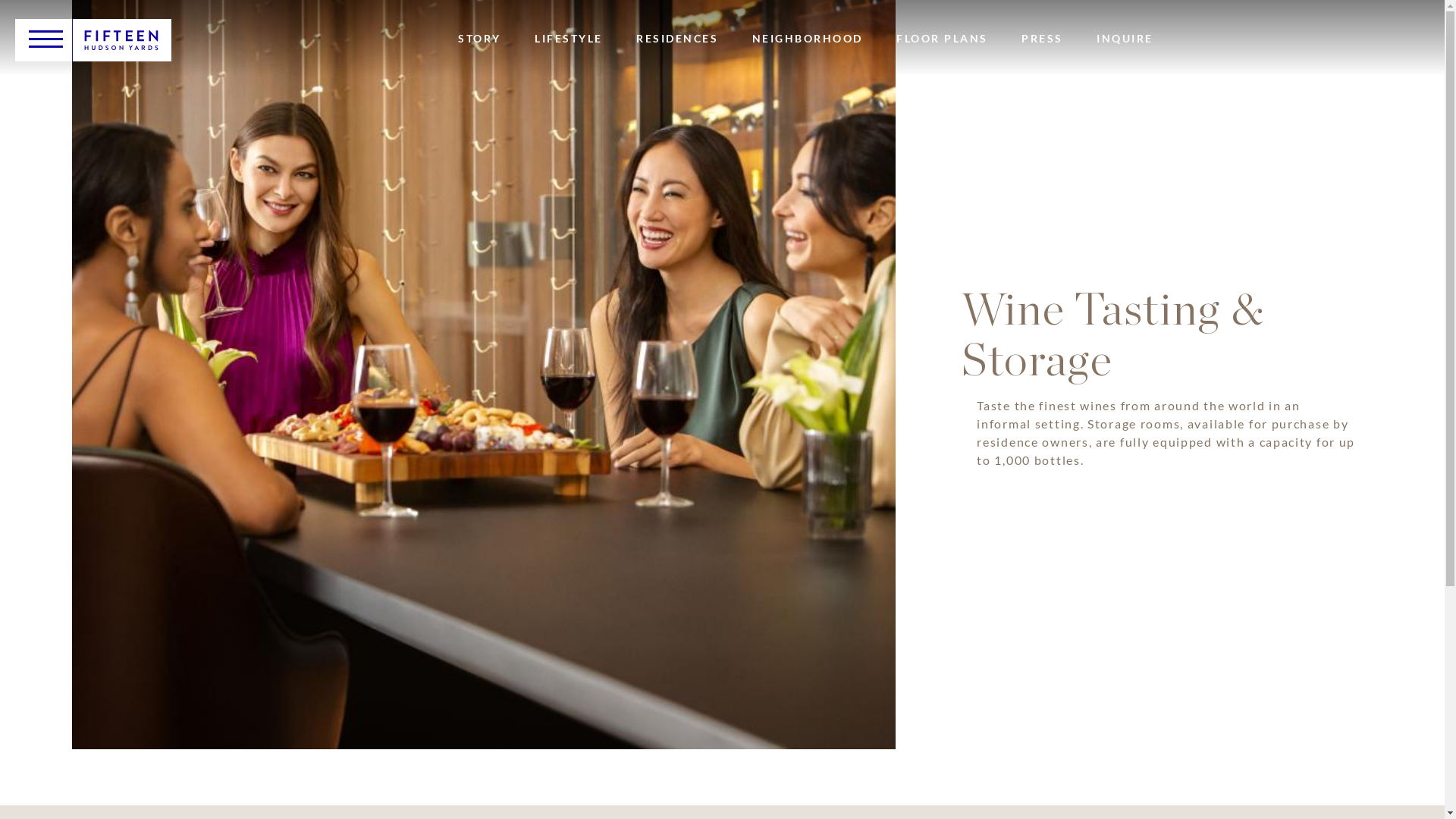 The image size is (1456, 819). What do you see at coordinates (676, 37) in the screenshot?
I see `'RESIDENCES'` at bounding box center [676, 37].